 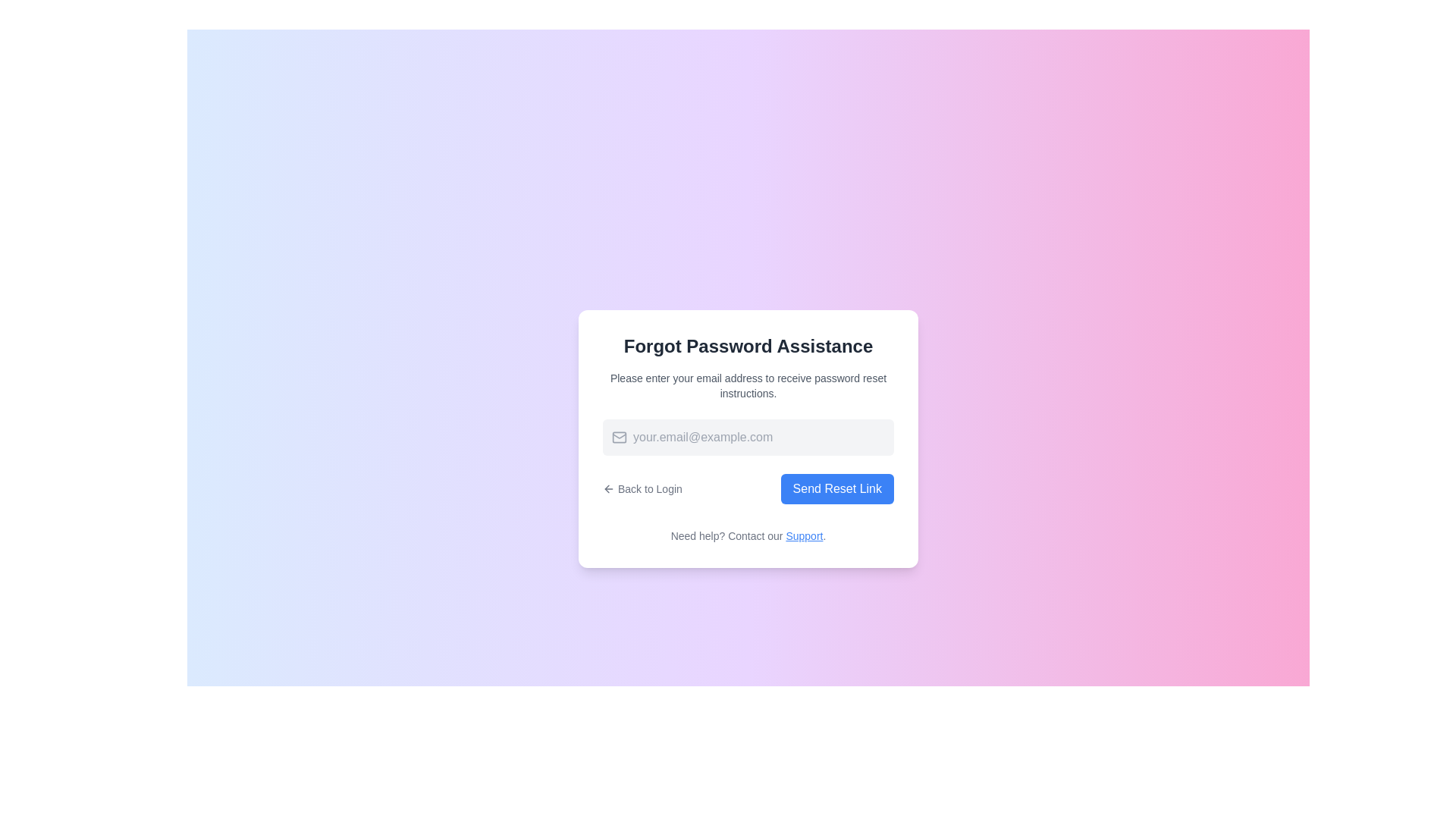 What do you see at coordinates (607, 488) in the screenshot?
I see `the left-pointing arrow icon that indicates backward navigation, located next to the 'Back to Login' text` at bounding box center [607, 488].